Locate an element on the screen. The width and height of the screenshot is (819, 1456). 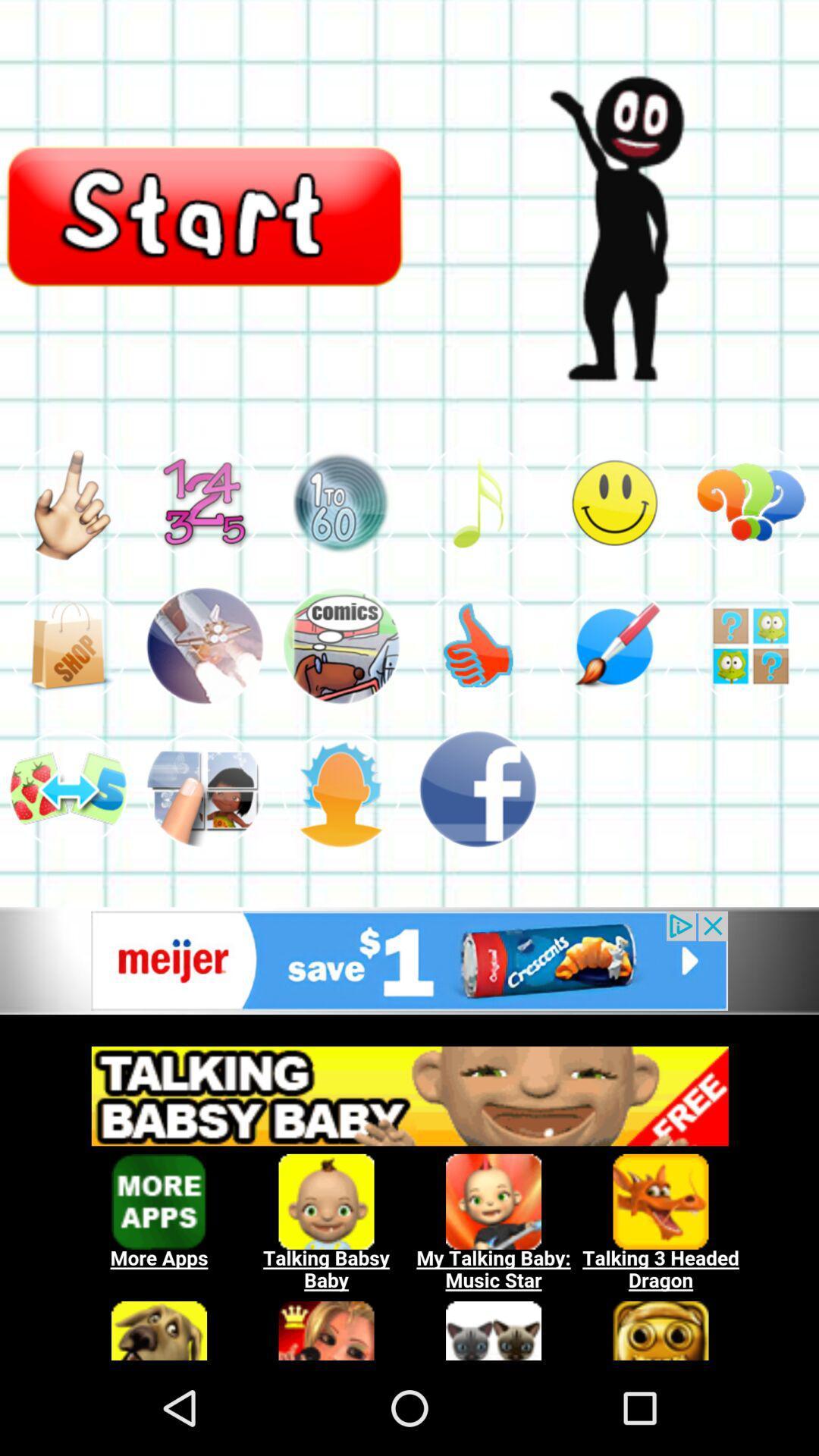
the cart icon is located at coordinates (341, 538).